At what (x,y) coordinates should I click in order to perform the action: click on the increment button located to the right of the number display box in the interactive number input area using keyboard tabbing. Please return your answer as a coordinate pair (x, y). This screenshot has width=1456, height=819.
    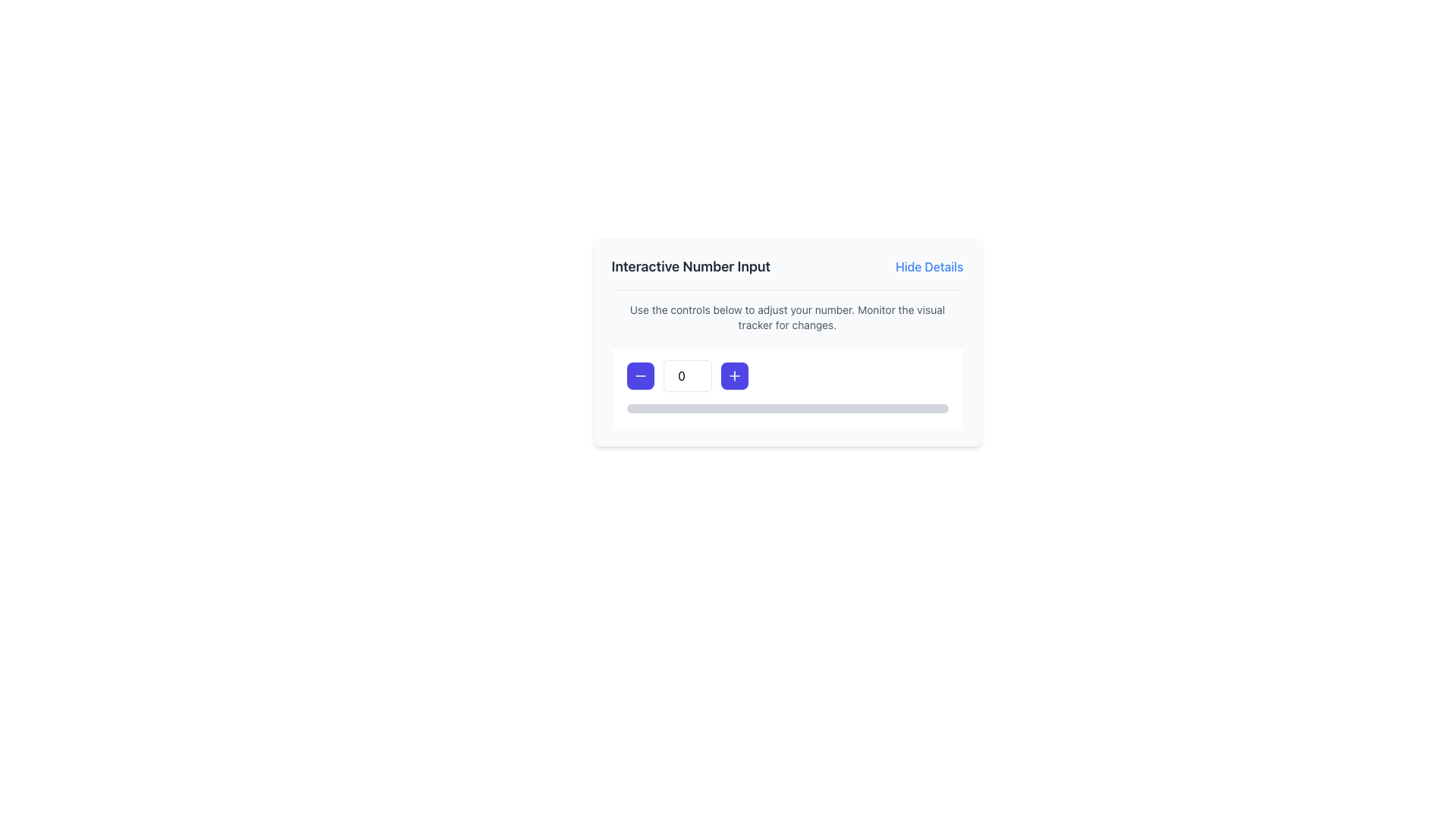
    Looking at the image, I should click on (734, 375).